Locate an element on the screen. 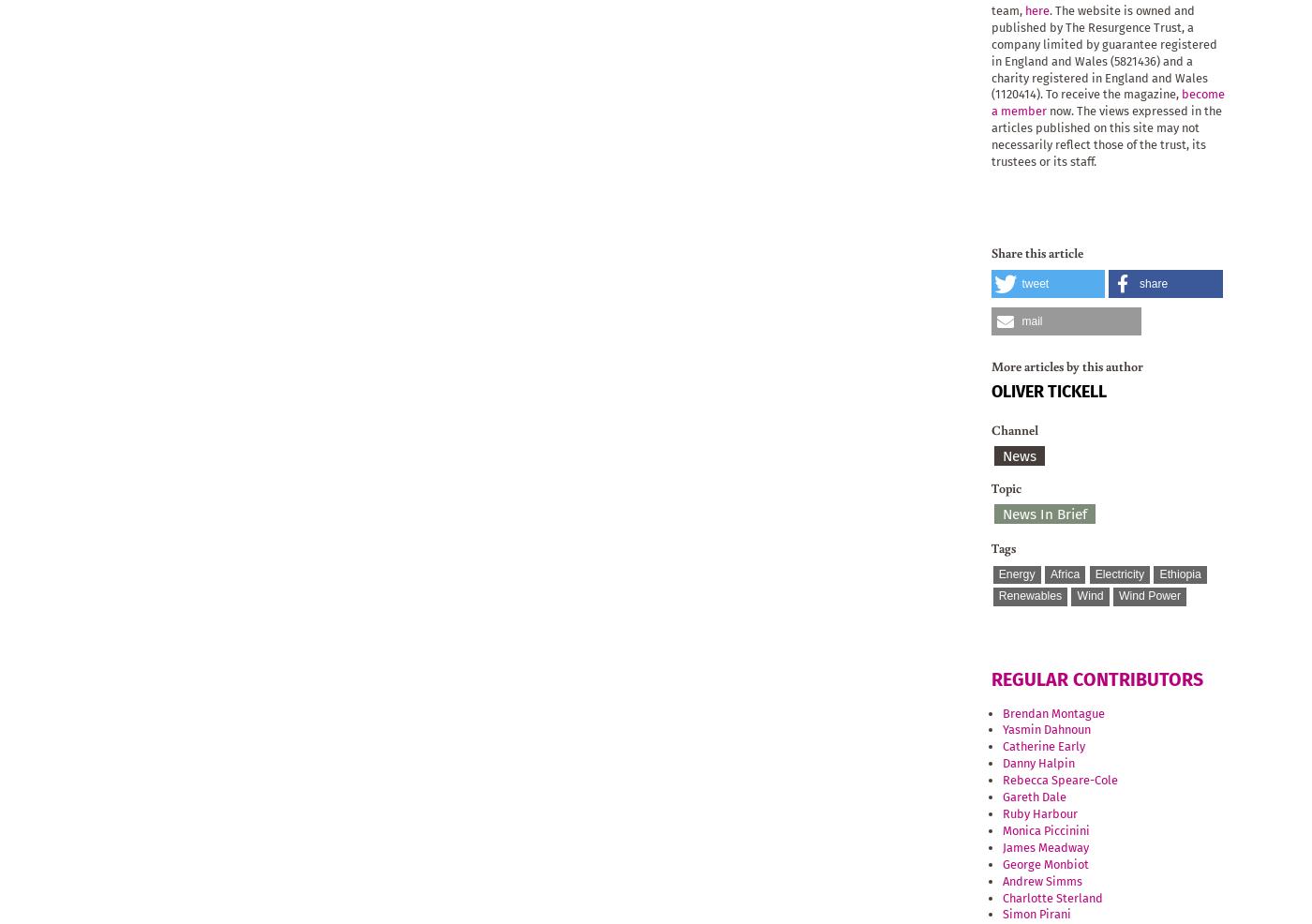  'Catherine Early' is located at coordinates (1043, 746).